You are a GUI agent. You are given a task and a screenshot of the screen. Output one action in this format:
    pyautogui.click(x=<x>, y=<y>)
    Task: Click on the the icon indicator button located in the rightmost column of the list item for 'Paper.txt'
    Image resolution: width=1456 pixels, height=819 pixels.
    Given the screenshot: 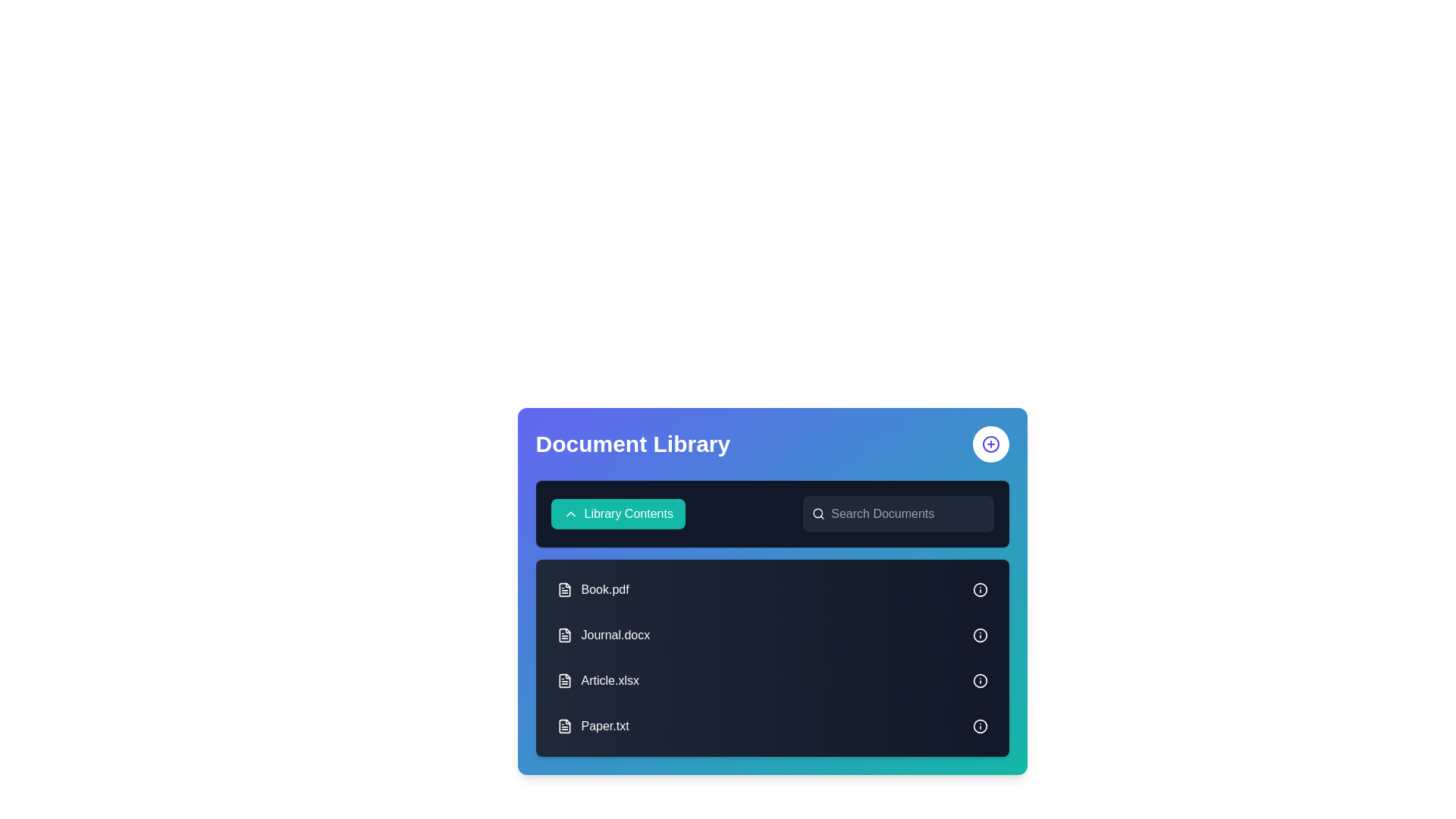 What is the action you would take?
    pyautogui.click(x=980, y=725)
    